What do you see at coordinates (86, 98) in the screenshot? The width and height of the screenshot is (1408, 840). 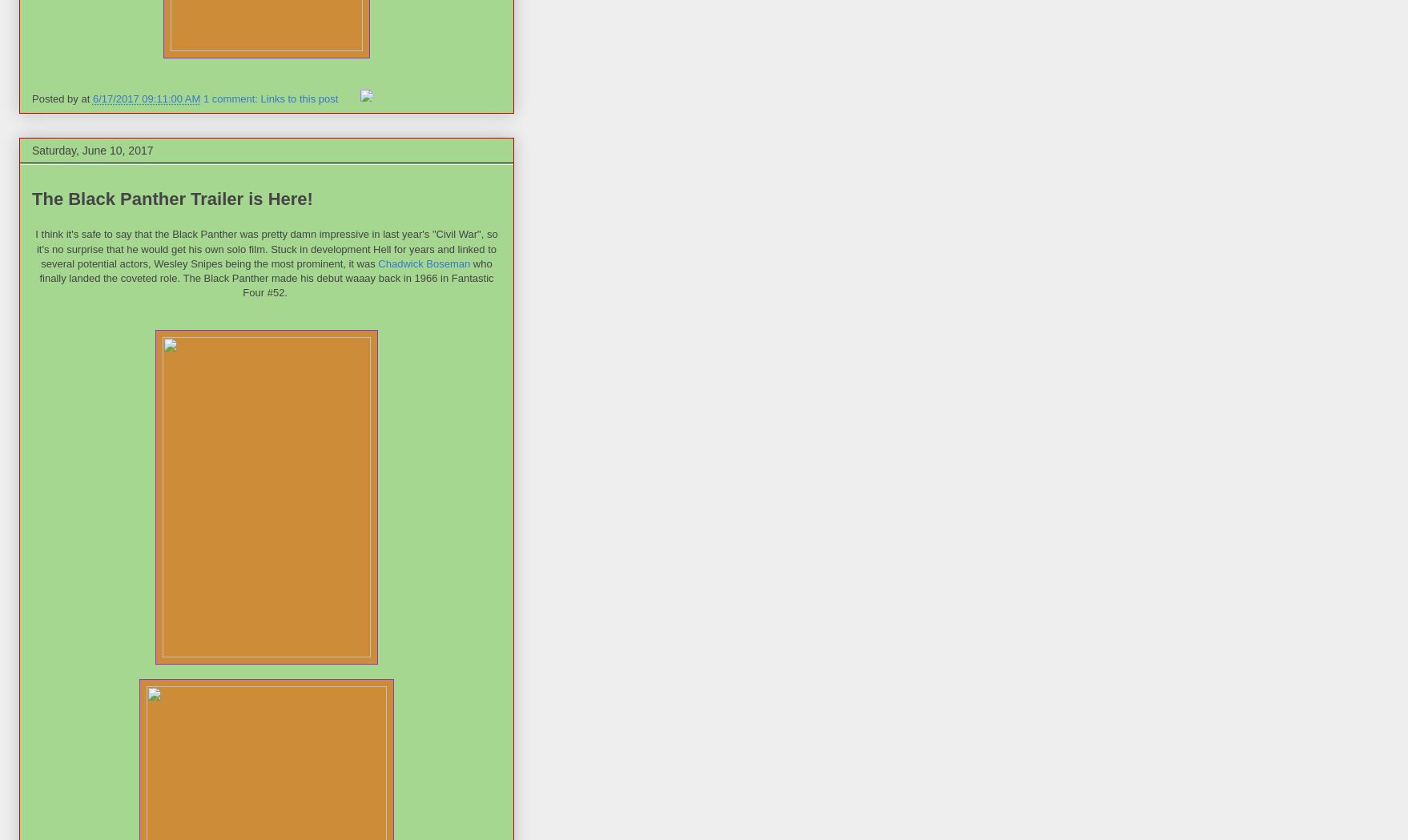 I see `'at'` at bounding box center [86, 98].